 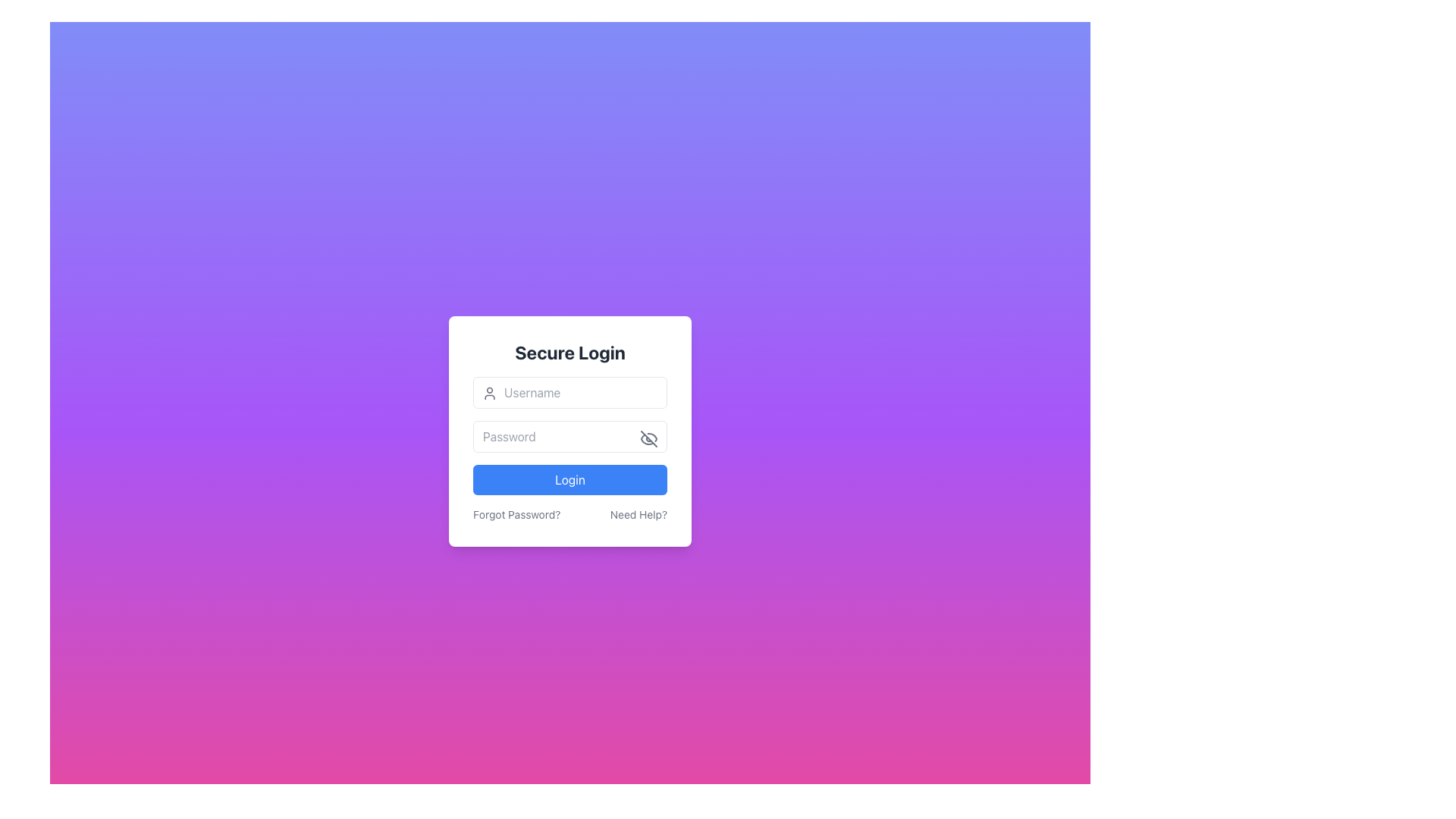 What do you see at coordinates (648, 438) in the screenshot?
I see `the icon button (visibility toggle) located at the far right of the password input field` at bounding box center [648, 438].